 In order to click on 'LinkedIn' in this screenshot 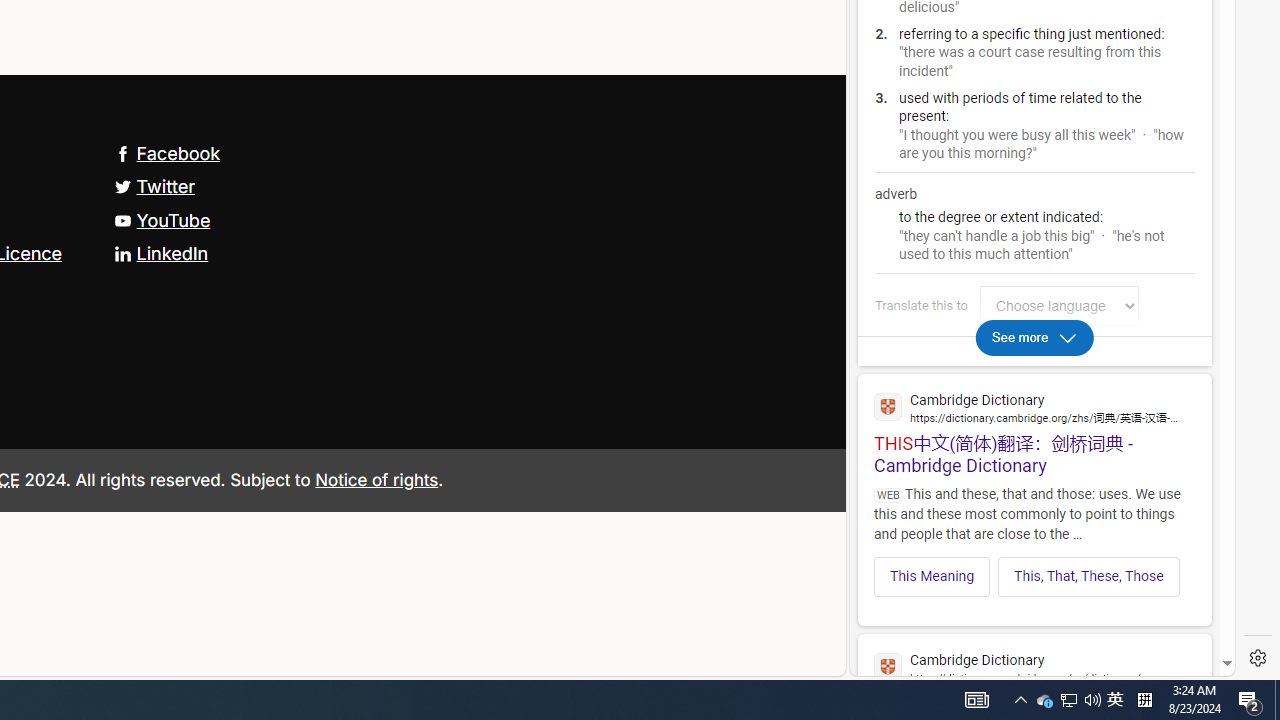, I will do `click(161, 252)`.